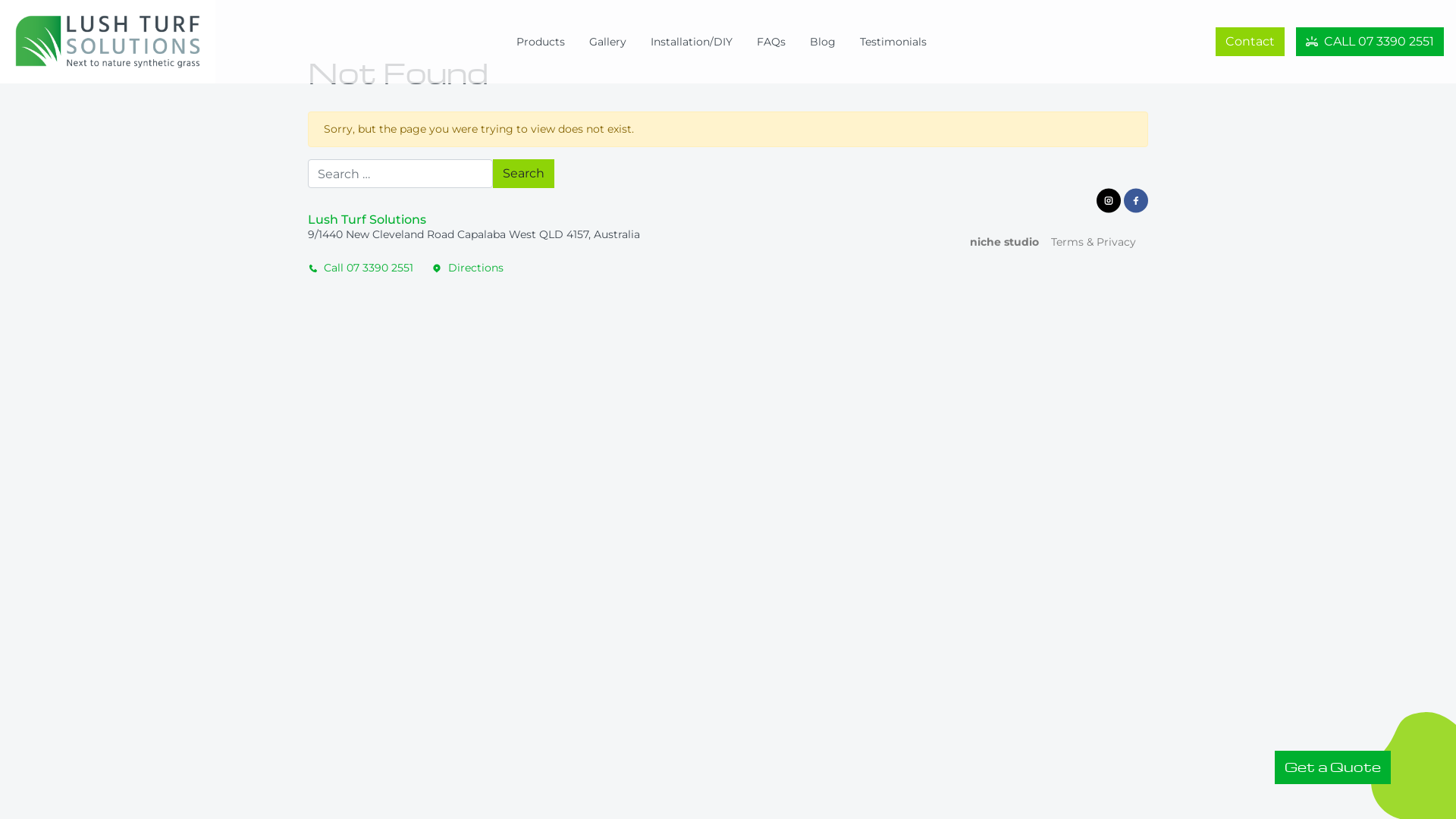 Image resolution: width=1456 pixels, height=819 pixels. I want to click on 'Testimonials', so click(893, 41).